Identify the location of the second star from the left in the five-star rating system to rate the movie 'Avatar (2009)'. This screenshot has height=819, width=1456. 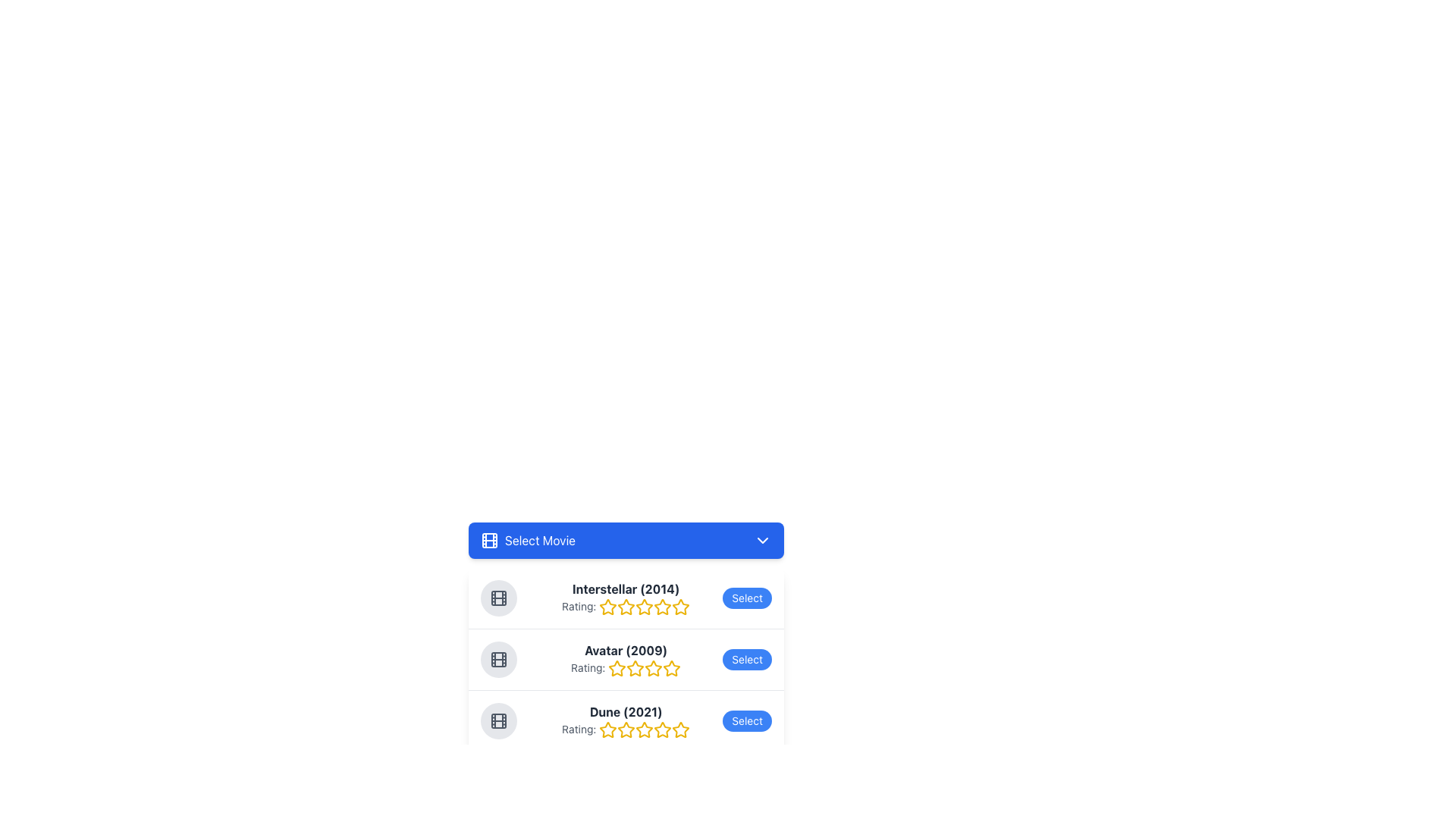
(635, 667).